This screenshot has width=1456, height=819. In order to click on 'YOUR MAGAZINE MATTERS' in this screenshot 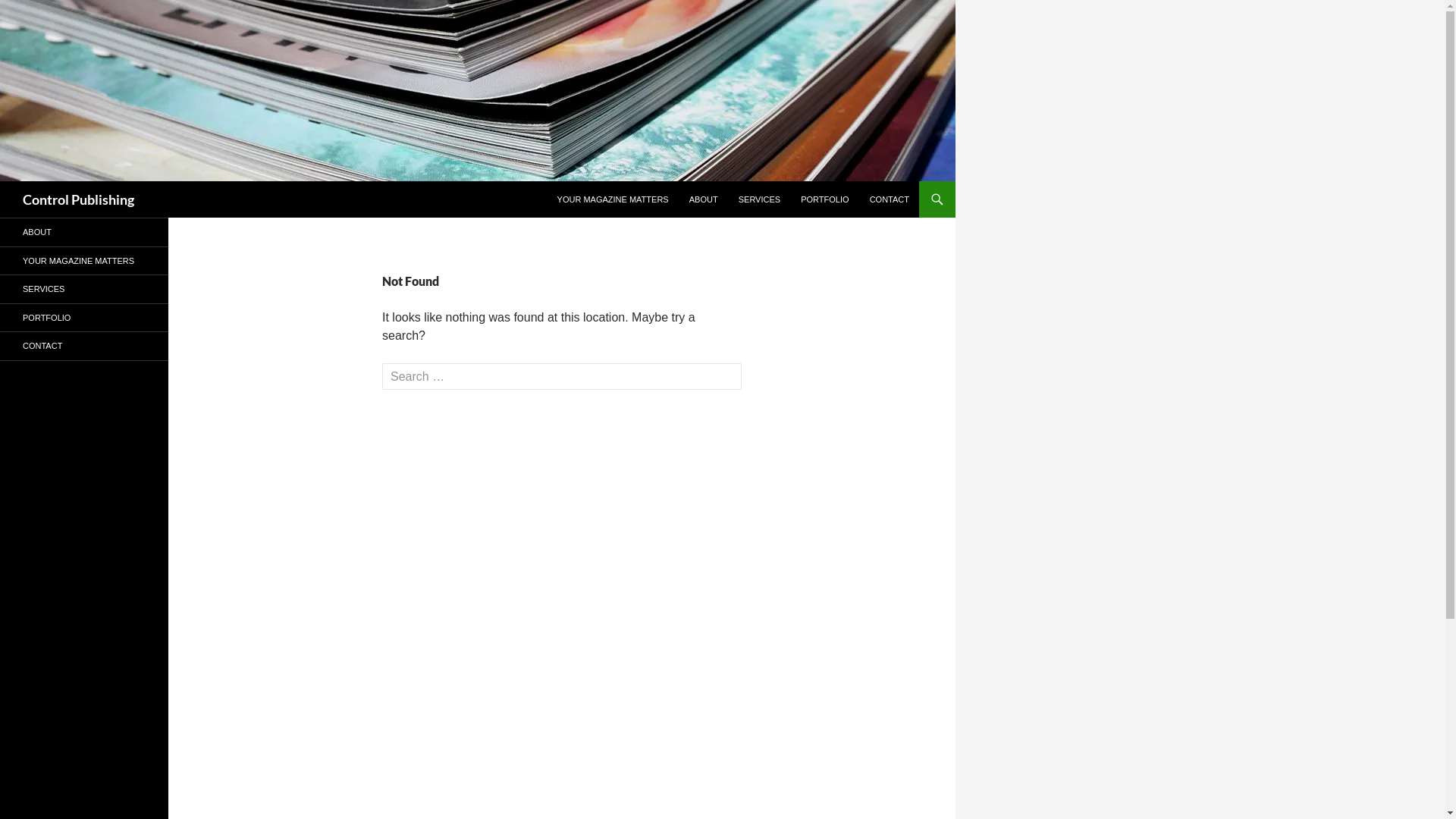, I will do `click(613, 198)`.